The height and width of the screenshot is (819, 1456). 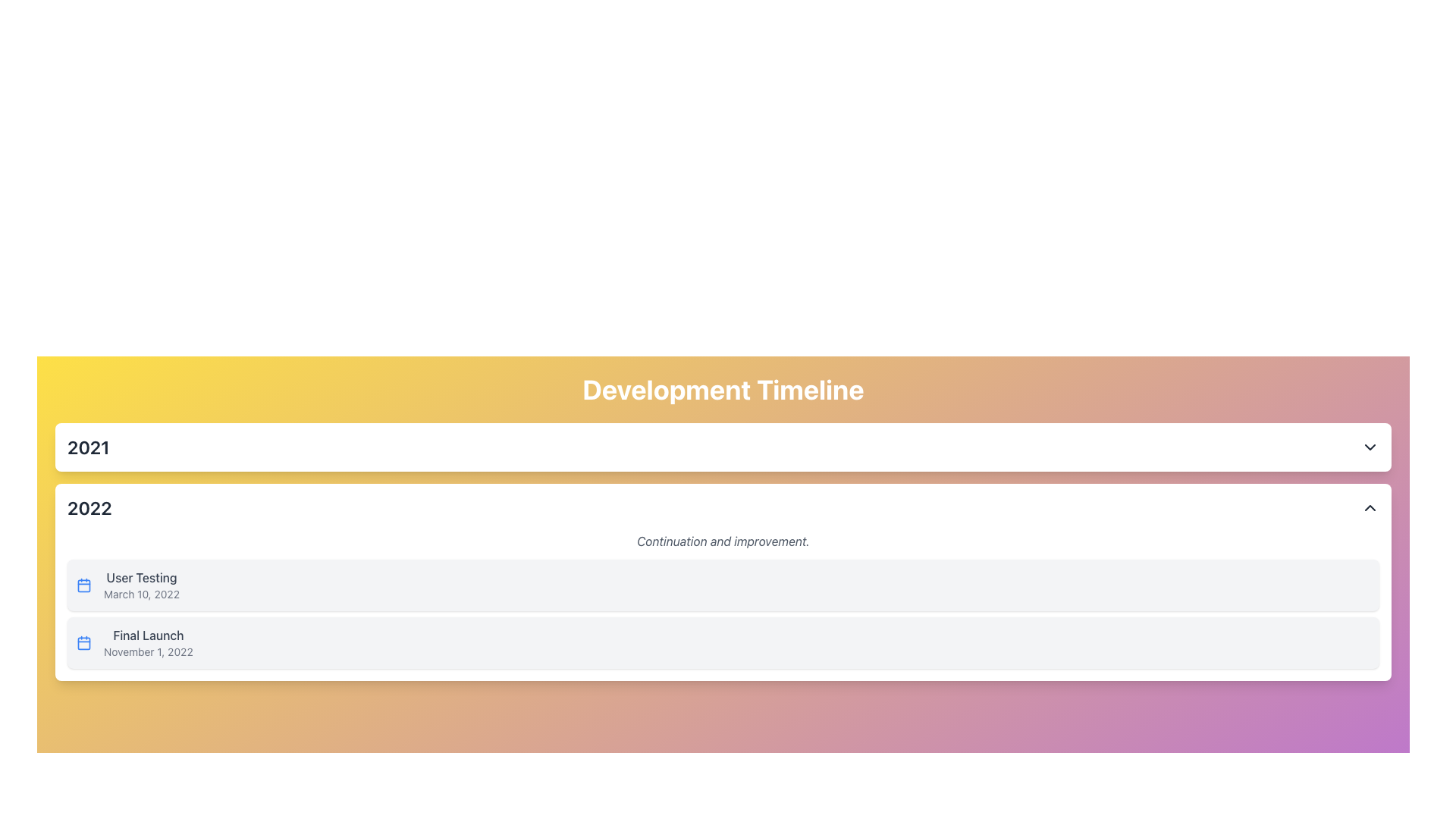 I want to click on the surrounding element of the 'Final Launch' text block, which is formatted in bold gray font and located under the '2022' header, so click(x=148, y=643).